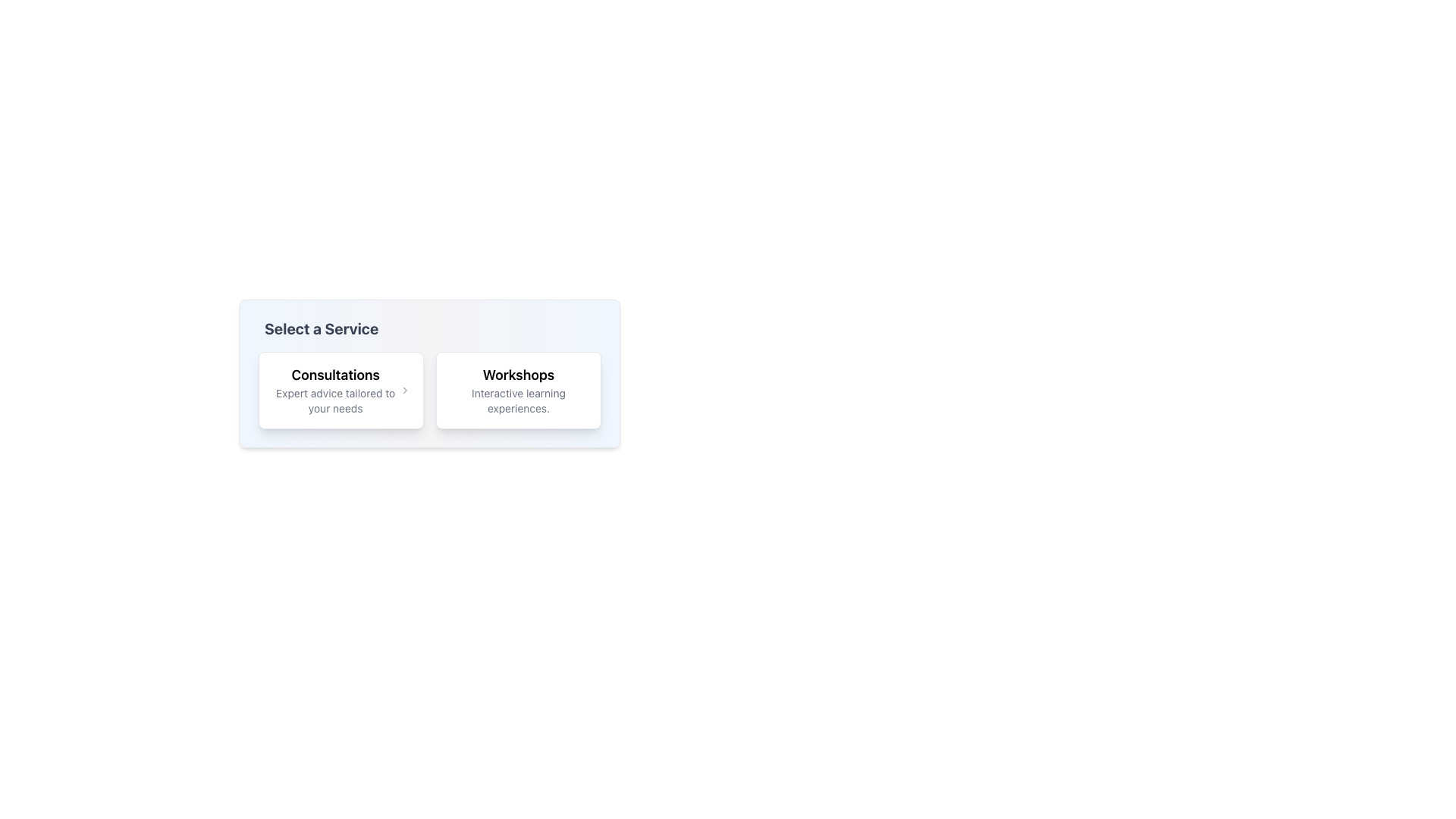 The image size is (1456, 819). What do you see at coordinates (519, 375) in the screenshot?
I see `the 'Workshops' text label, which is styled in a bold serif font and serves as a prominent section title above descriptive text` at bounding box center [519, 375].